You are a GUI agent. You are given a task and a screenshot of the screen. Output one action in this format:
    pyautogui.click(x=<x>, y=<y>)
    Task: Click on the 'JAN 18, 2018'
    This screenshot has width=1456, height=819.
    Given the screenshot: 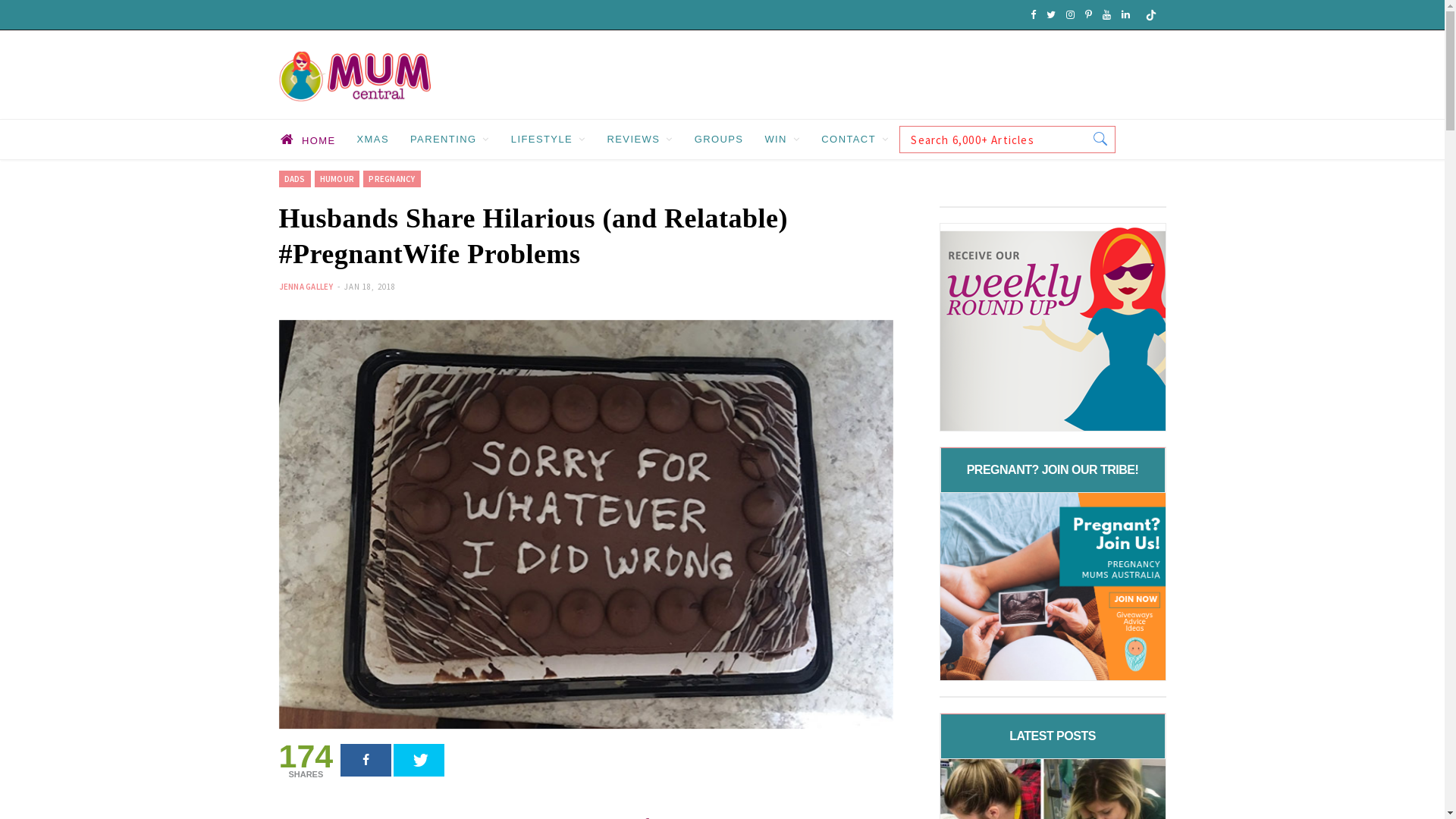 What is the action you would take?
    pyautogui.click(x=344, y=287)
    